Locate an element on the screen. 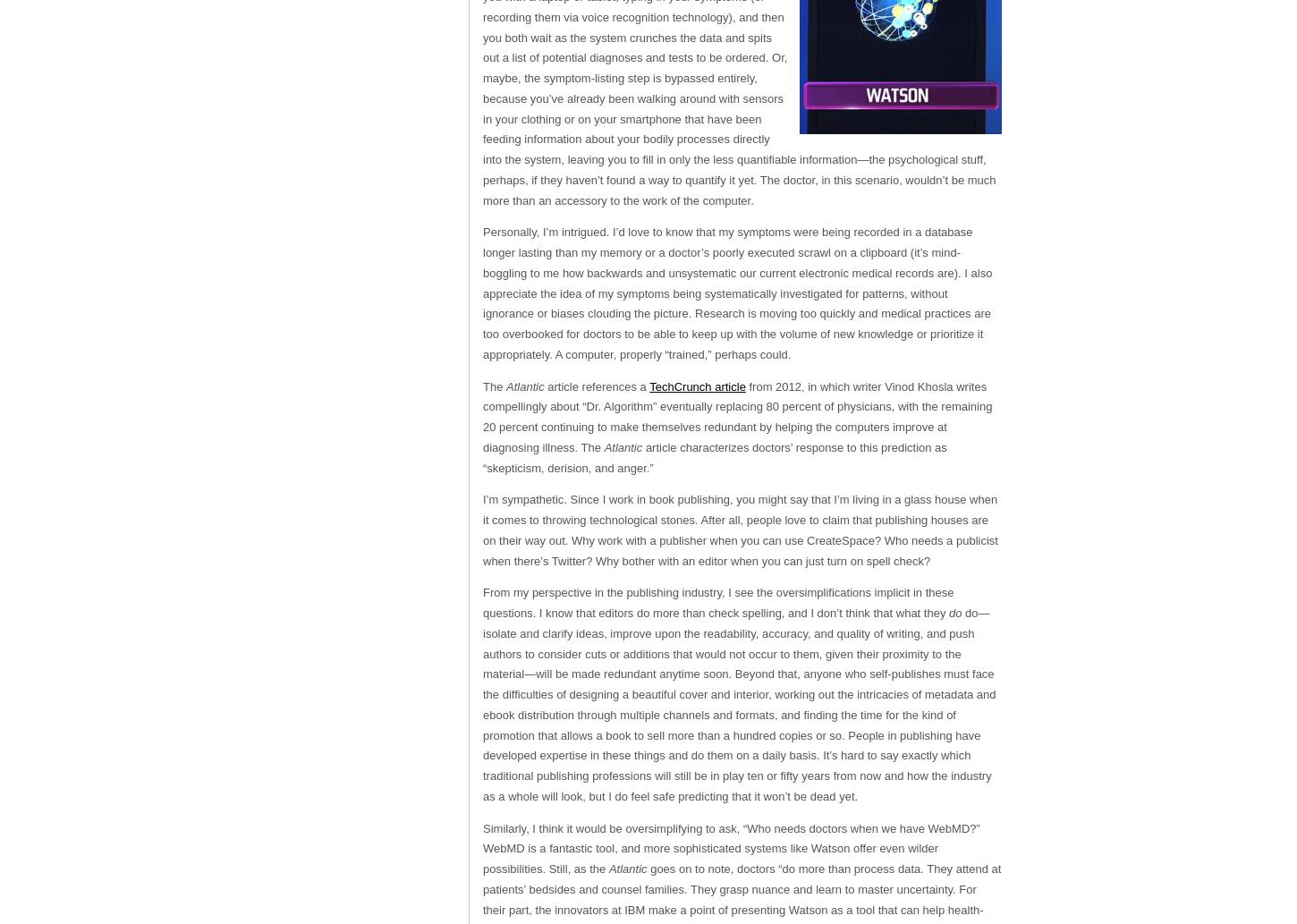 Image resolution: width=1297 pixels, height=924 pixels. 'article references a' is located at coordinates (598, 386).